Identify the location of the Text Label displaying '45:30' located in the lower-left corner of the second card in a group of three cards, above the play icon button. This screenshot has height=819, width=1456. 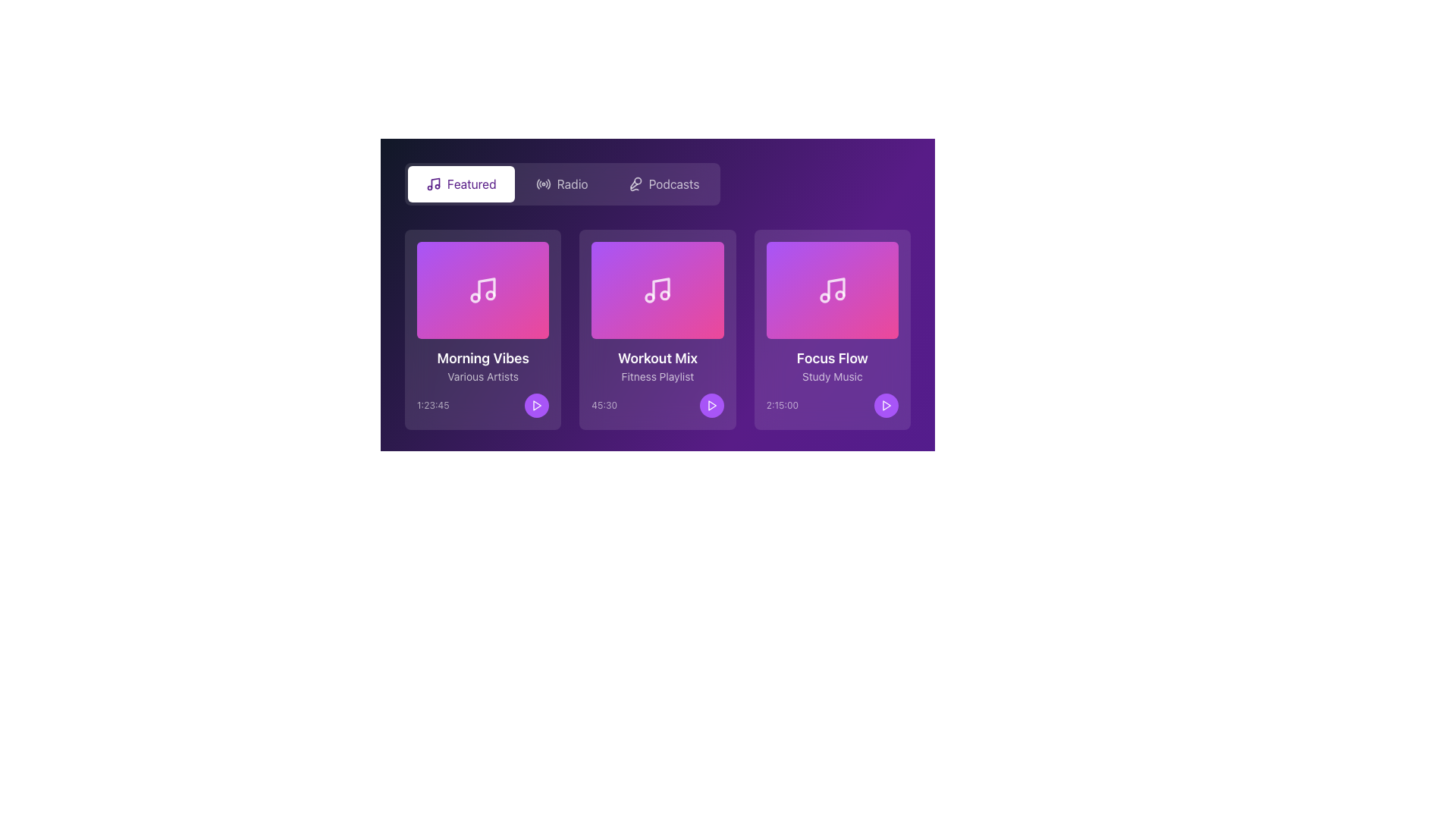
(604, 405).